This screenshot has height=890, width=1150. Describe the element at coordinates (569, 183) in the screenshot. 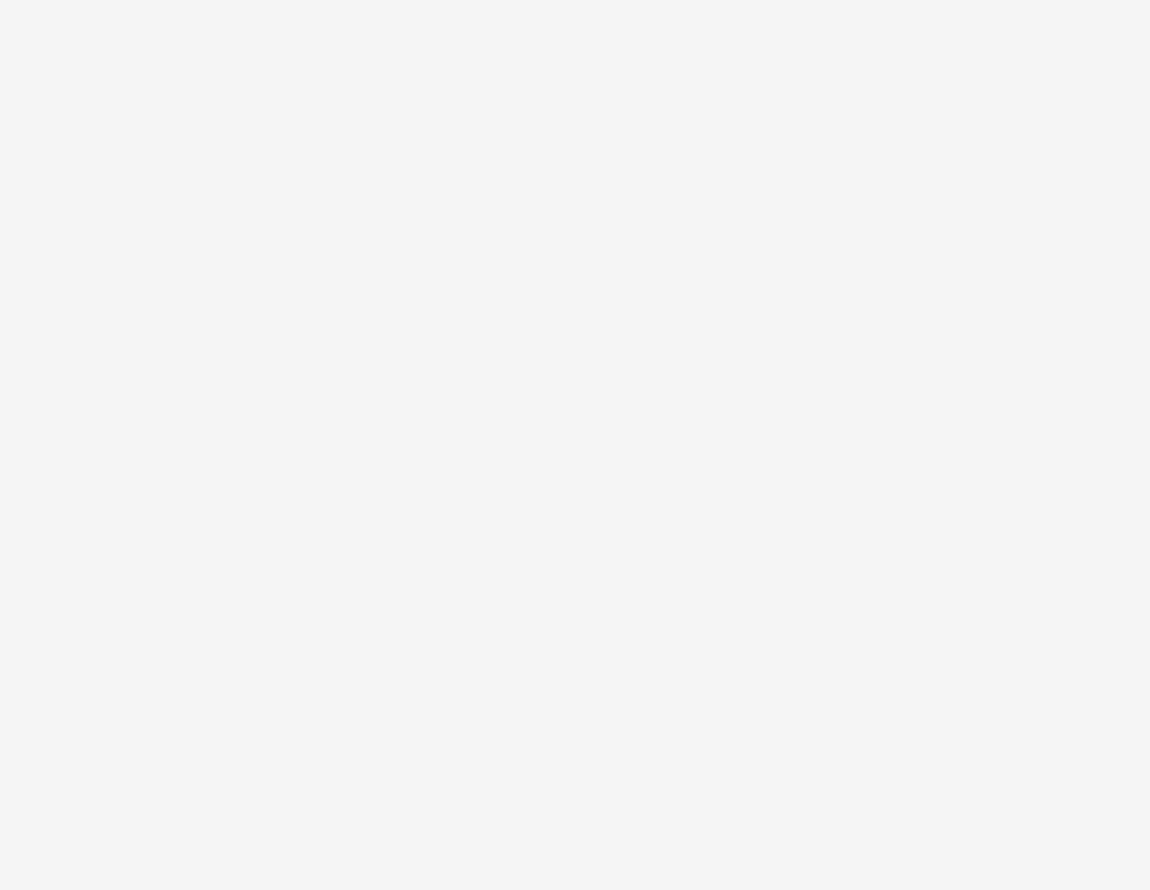

I see `'). These factors should be considered carefully, and readers should not place undue reliance on BlackBerry's forward-looking statements. BlackBerry has no intention and undertakes no obligation to update or revise any forward-looking statements, whether as a result of new information, future events or otherwise, except as required by law.'` at that location.